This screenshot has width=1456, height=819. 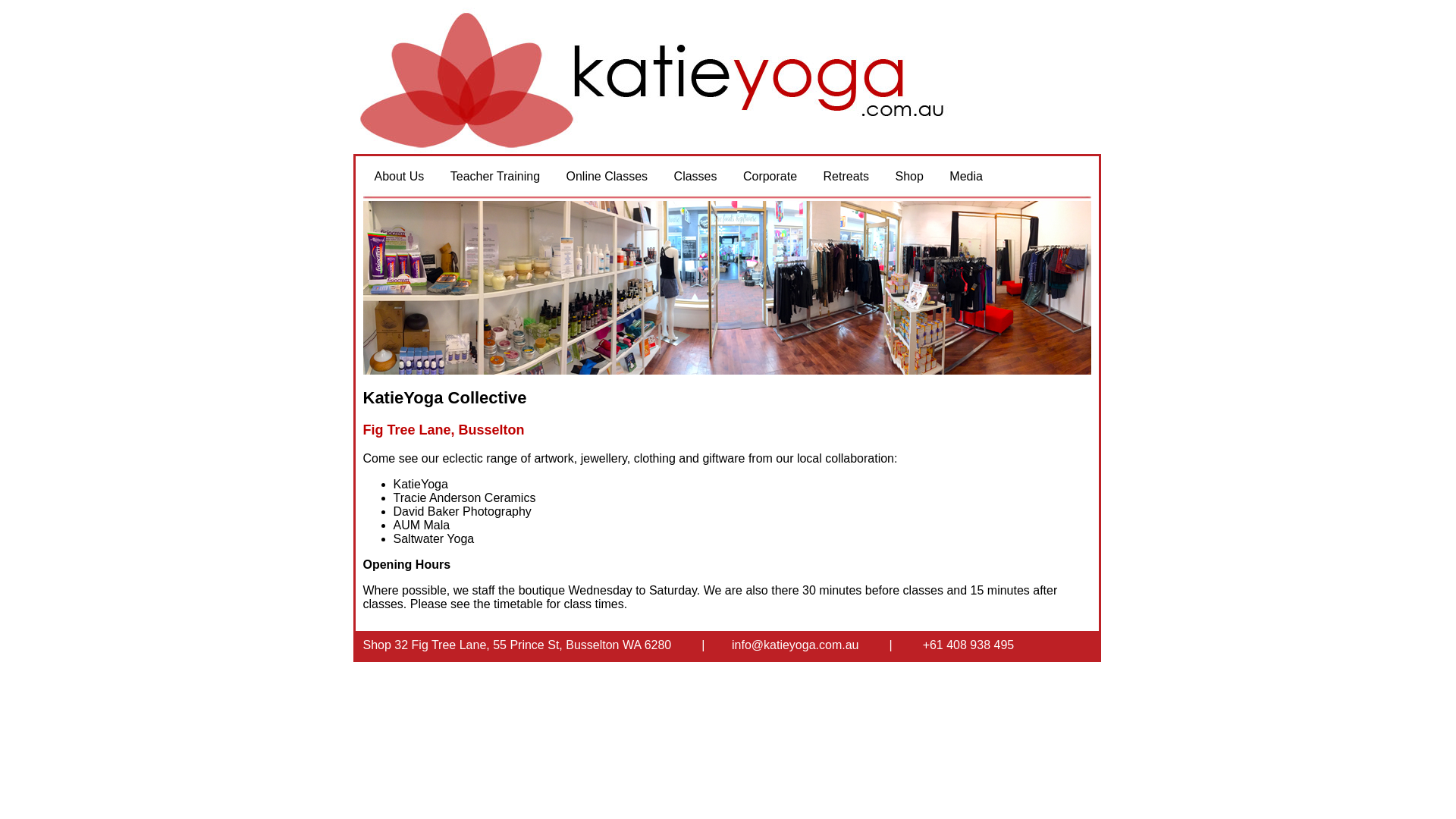 What do you see at coordinates (770, 175) in the screenshot?
I see `'Corporate'` at bounding box center [770, 175].